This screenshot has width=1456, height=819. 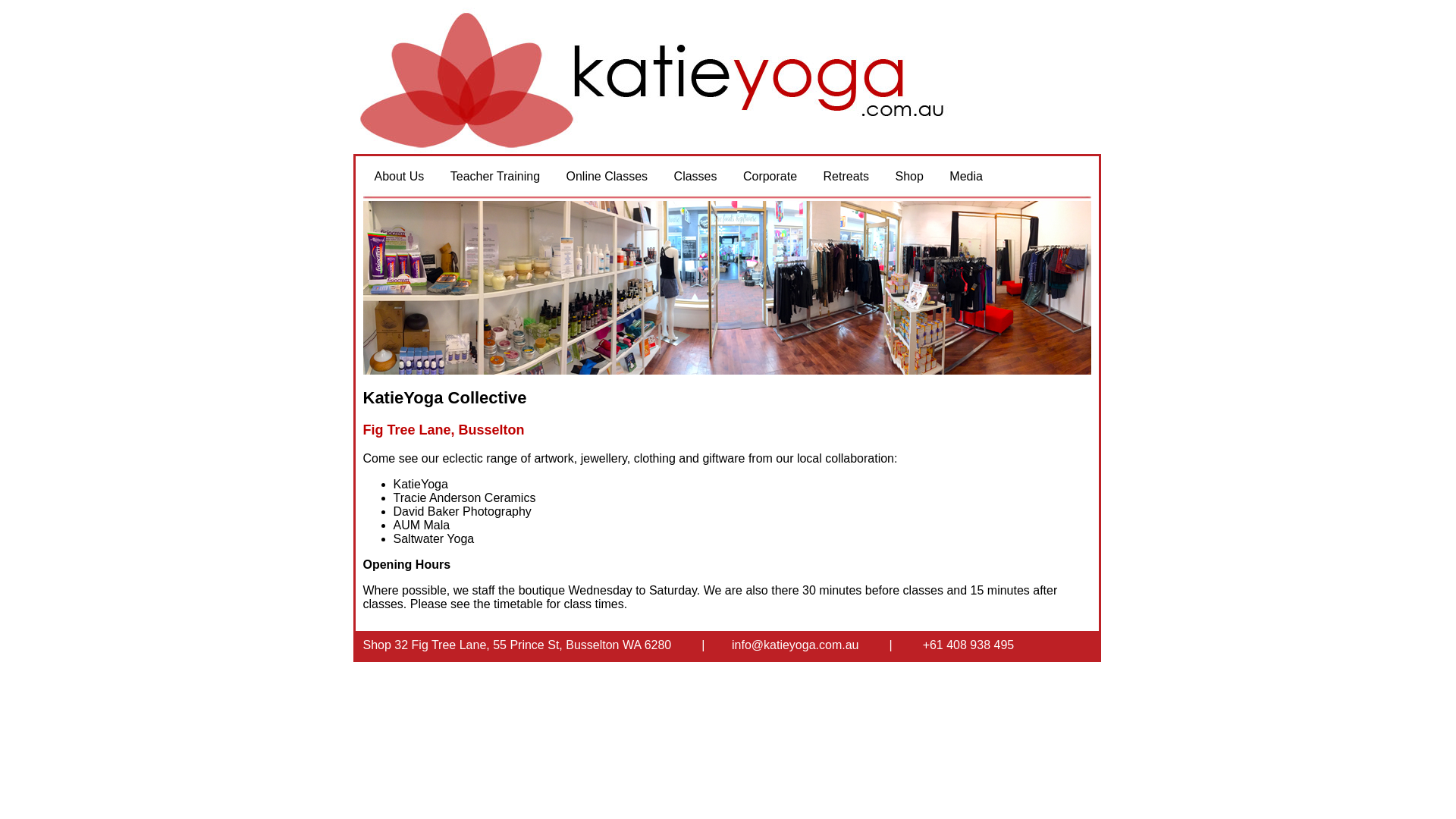 What do you see at coordinates (770, 175) in the screenshot?
I see `'Corporate'` at bounding box center [770, 175].